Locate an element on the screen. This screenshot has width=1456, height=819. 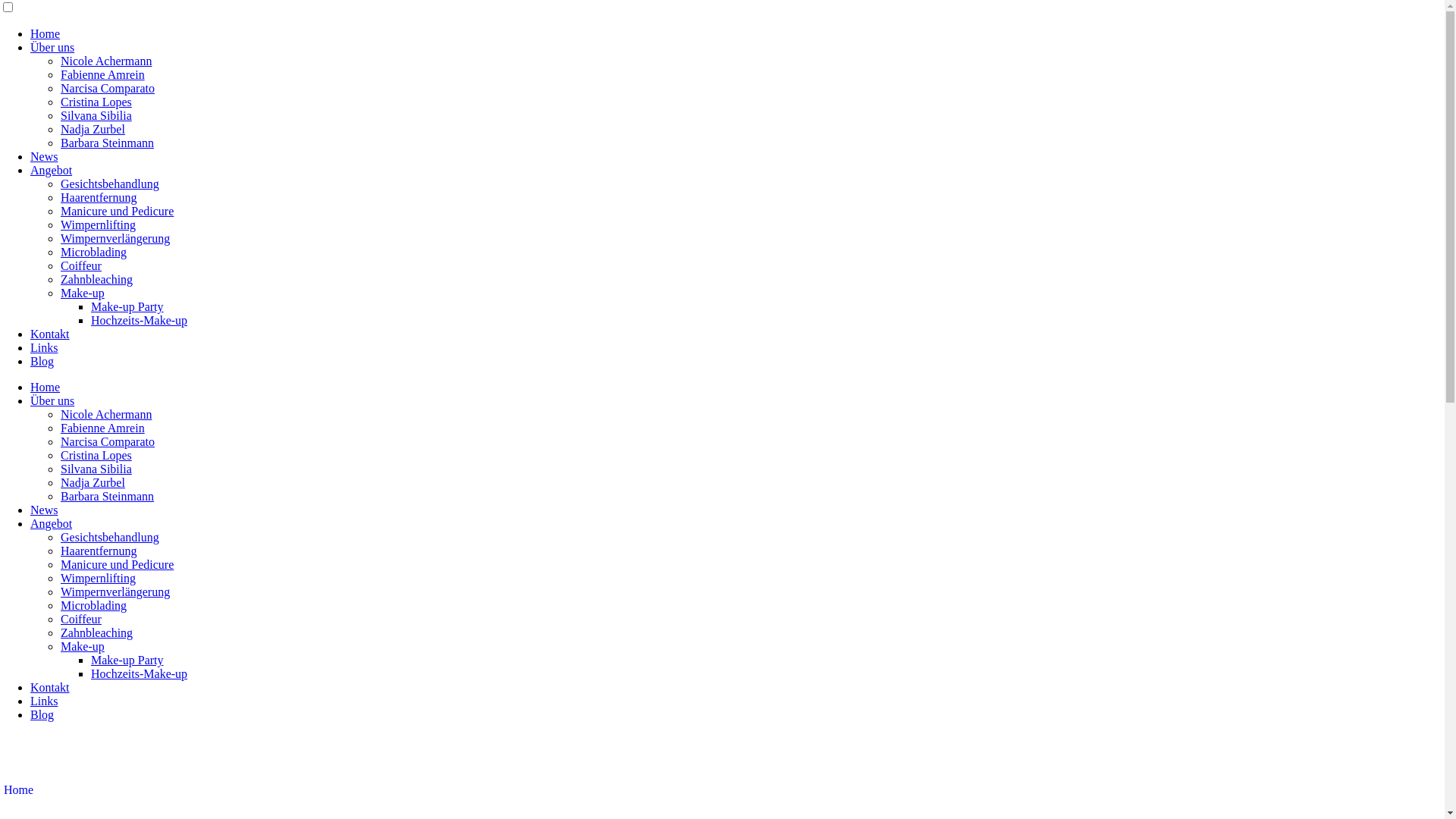
'Cristina Lopes' is located at coordinates (95, 102).